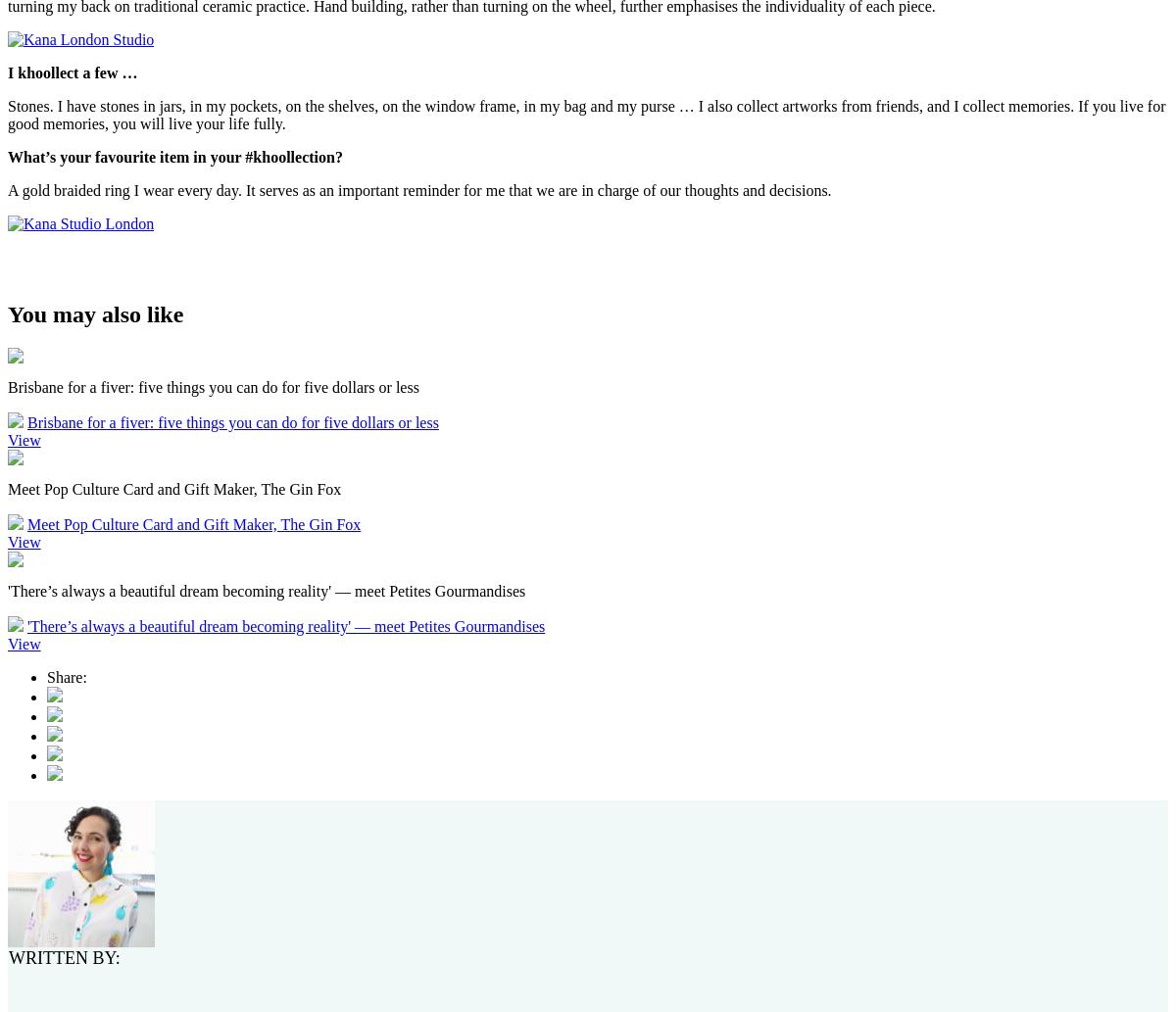  Describe the element at coordinates (173, 156) in the screenshot. I see `'What’s your favourite item in your #khoollection?'` at that location.